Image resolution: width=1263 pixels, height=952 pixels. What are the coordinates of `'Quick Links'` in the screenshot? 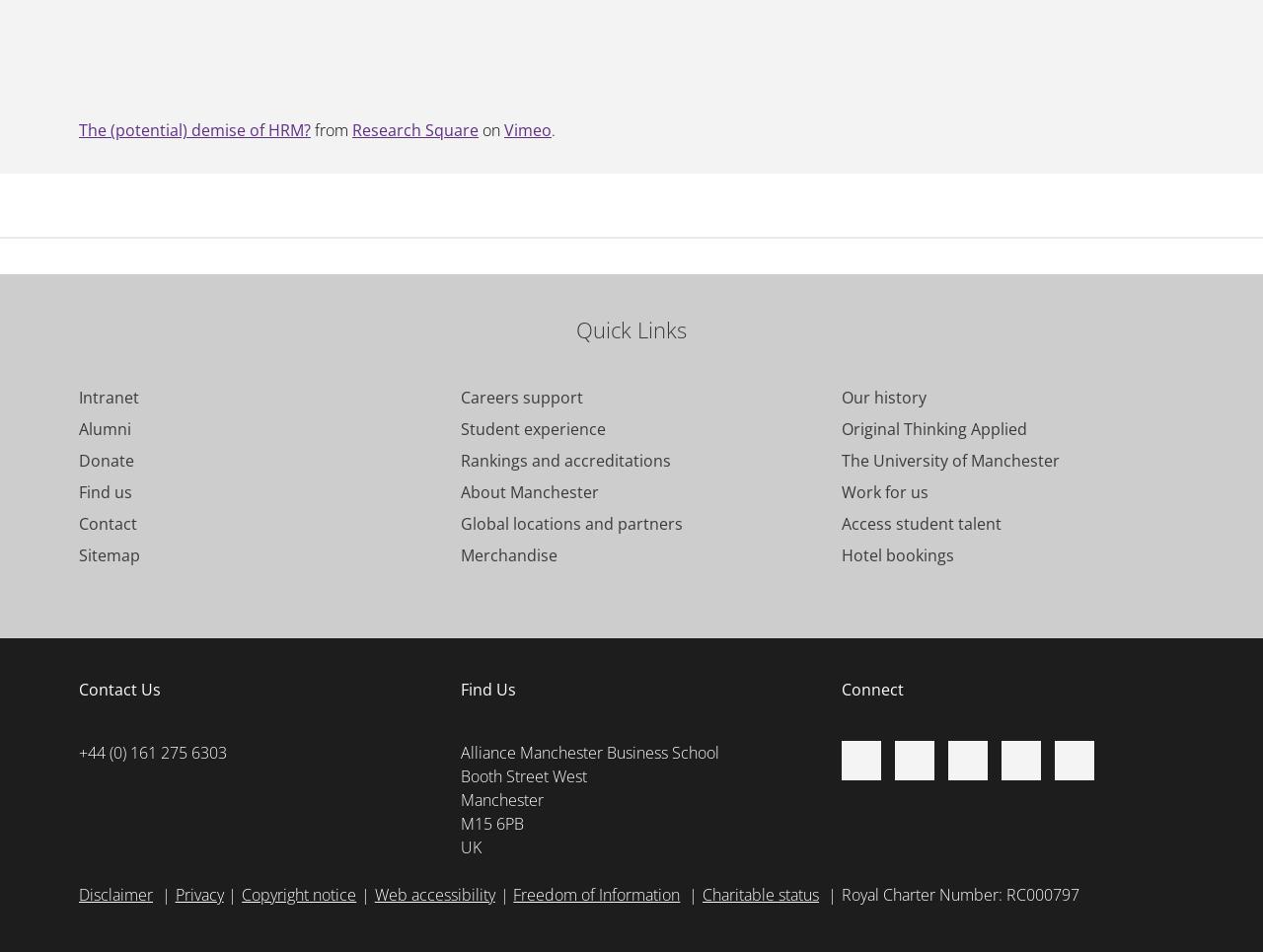 It's located at (574, 328).